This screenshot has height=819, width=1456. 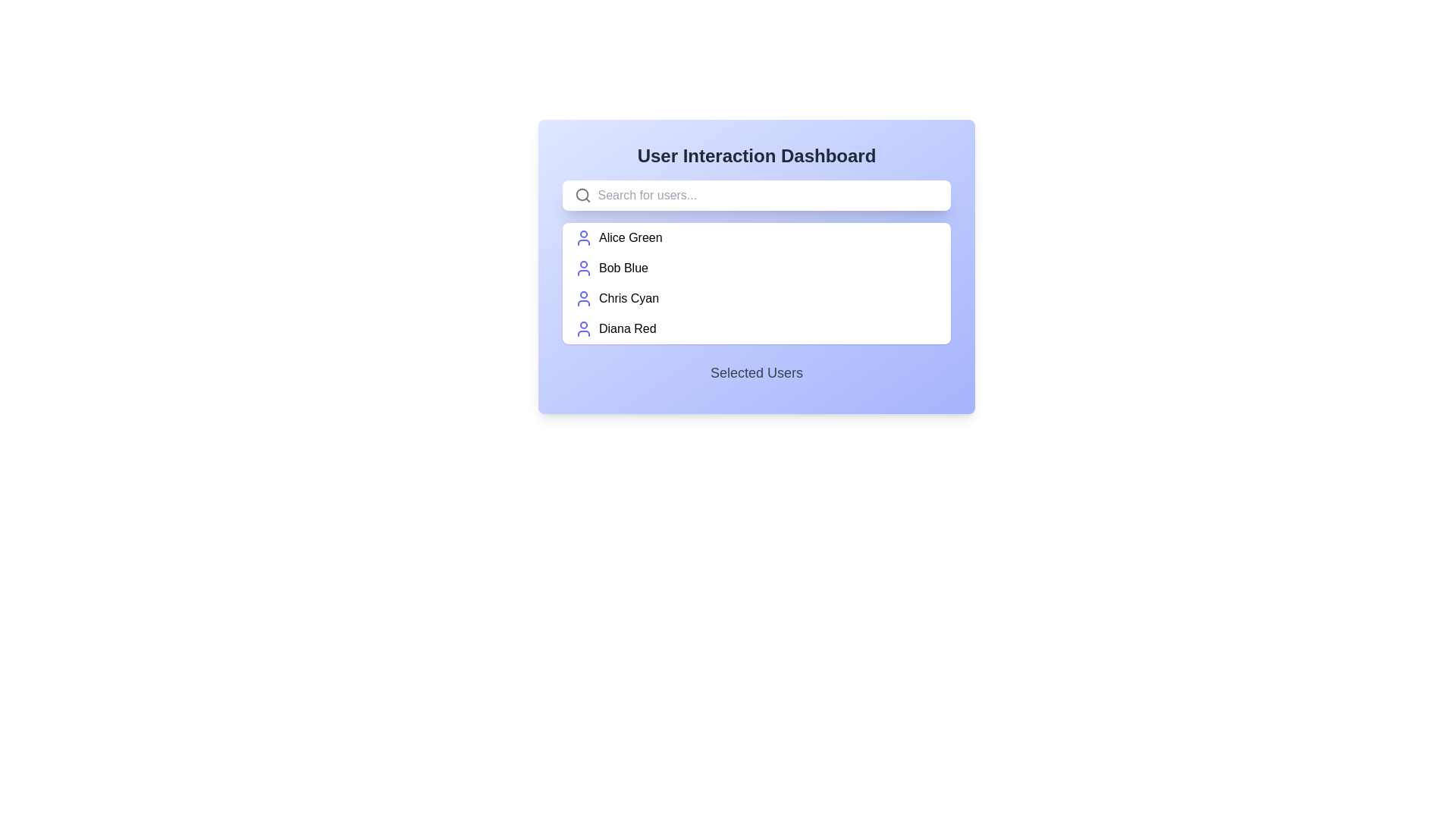 I want to click on the user icon representing 'Diana Red', so click(x=582, y=328).